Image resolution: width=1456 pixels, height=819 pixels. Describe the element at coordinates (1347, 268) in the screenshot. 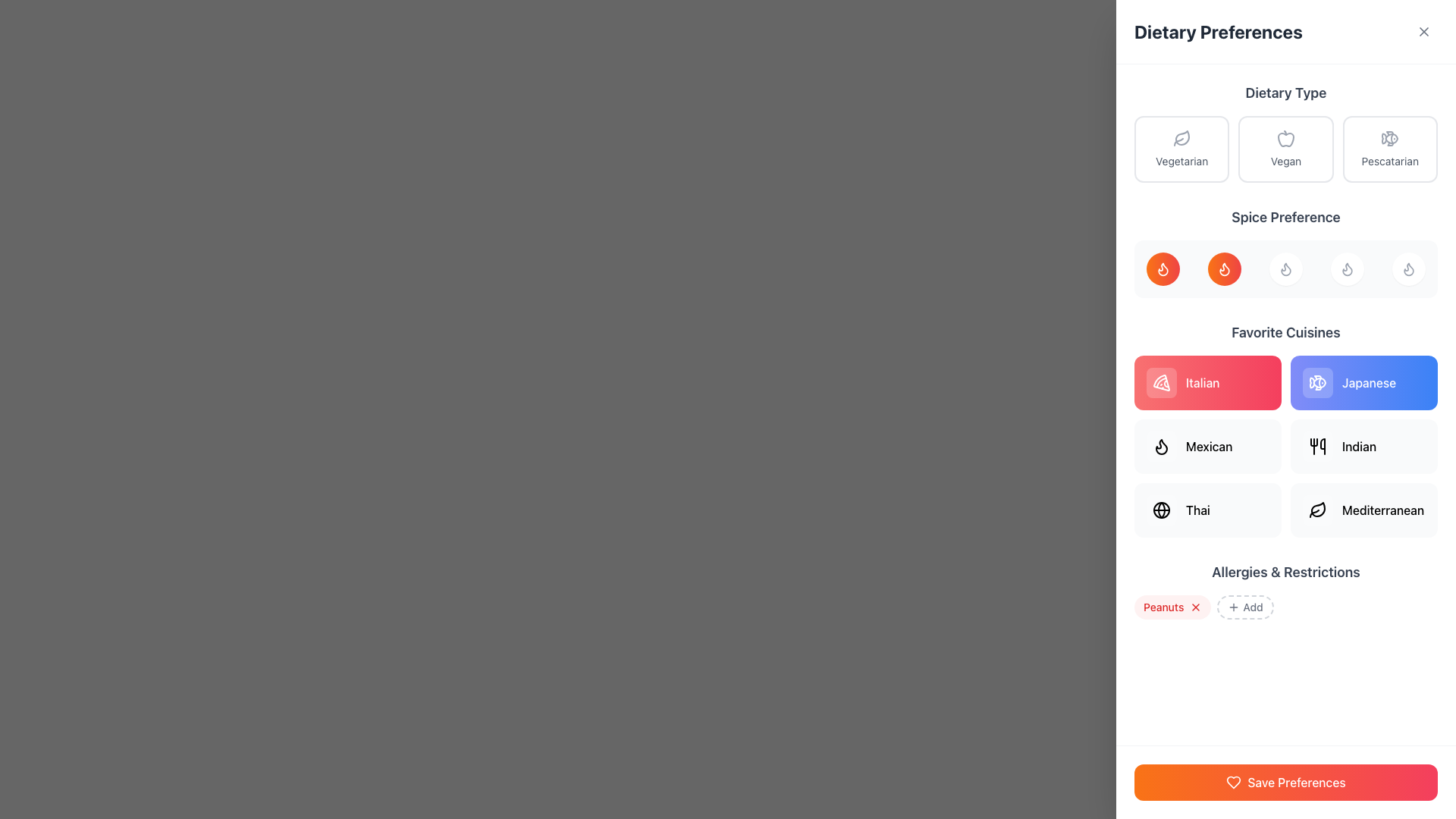

I see `the fourth button in the 'Spice Preference' section` at that location.